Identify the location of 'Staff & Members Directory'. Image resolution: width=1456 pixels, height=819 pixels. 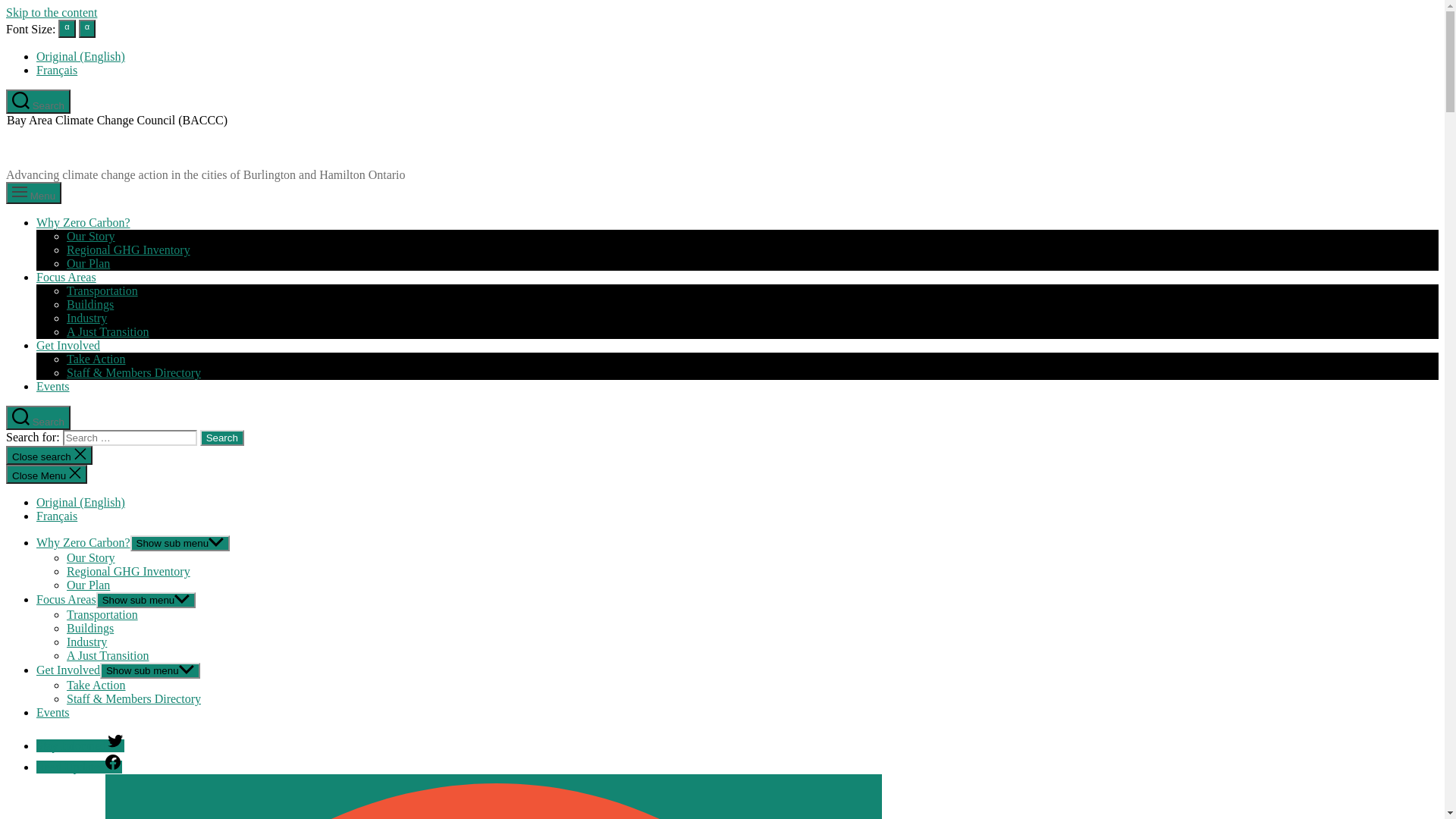
(65, 698).